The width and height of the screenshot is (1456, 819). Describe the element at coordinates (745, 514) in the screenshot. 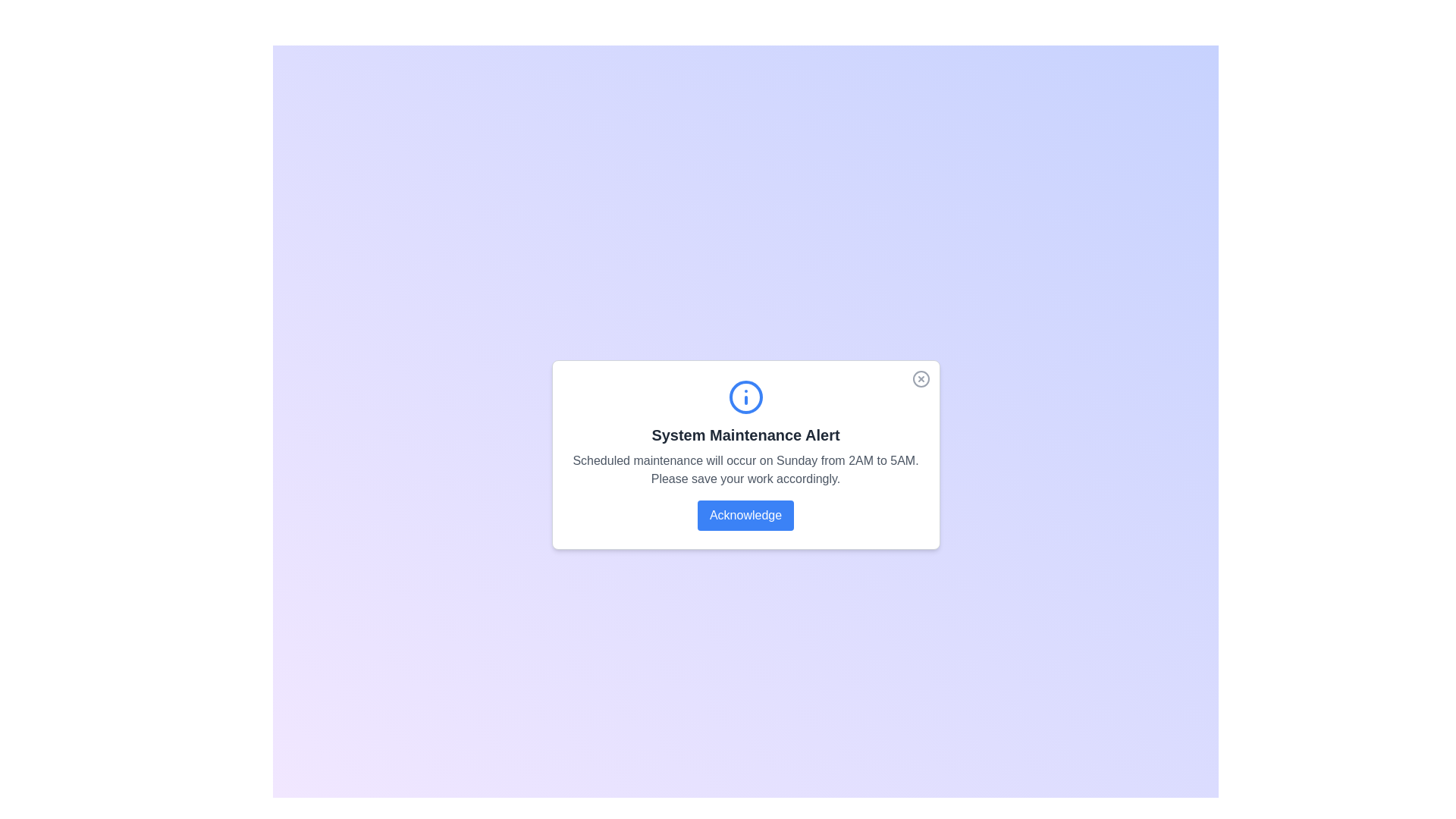

I see `the 'Acknowledge' button to confirm the alert` at that location.